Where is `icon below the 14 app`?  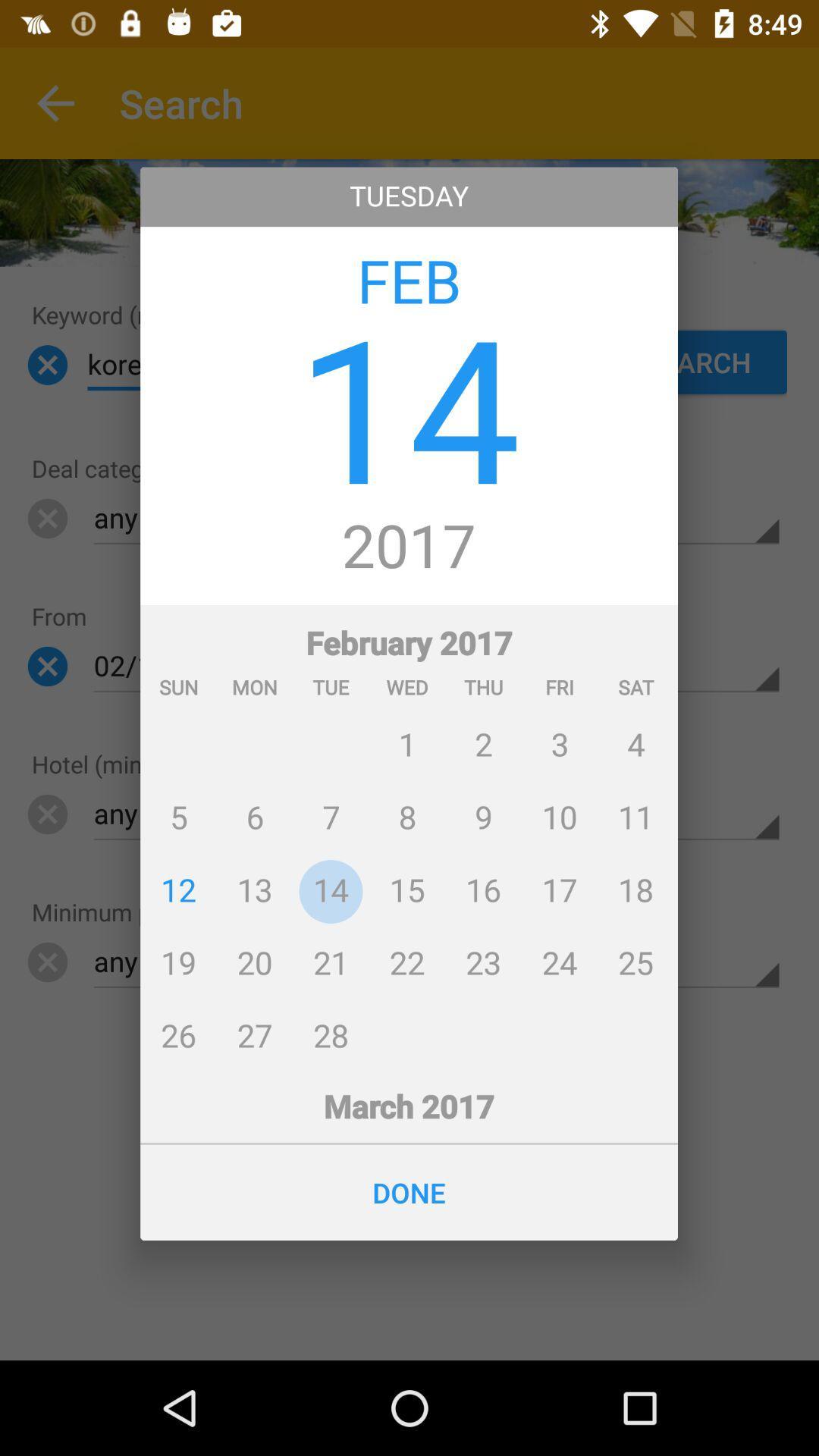
icon below the 14 app is located at coordinates (408, 547).